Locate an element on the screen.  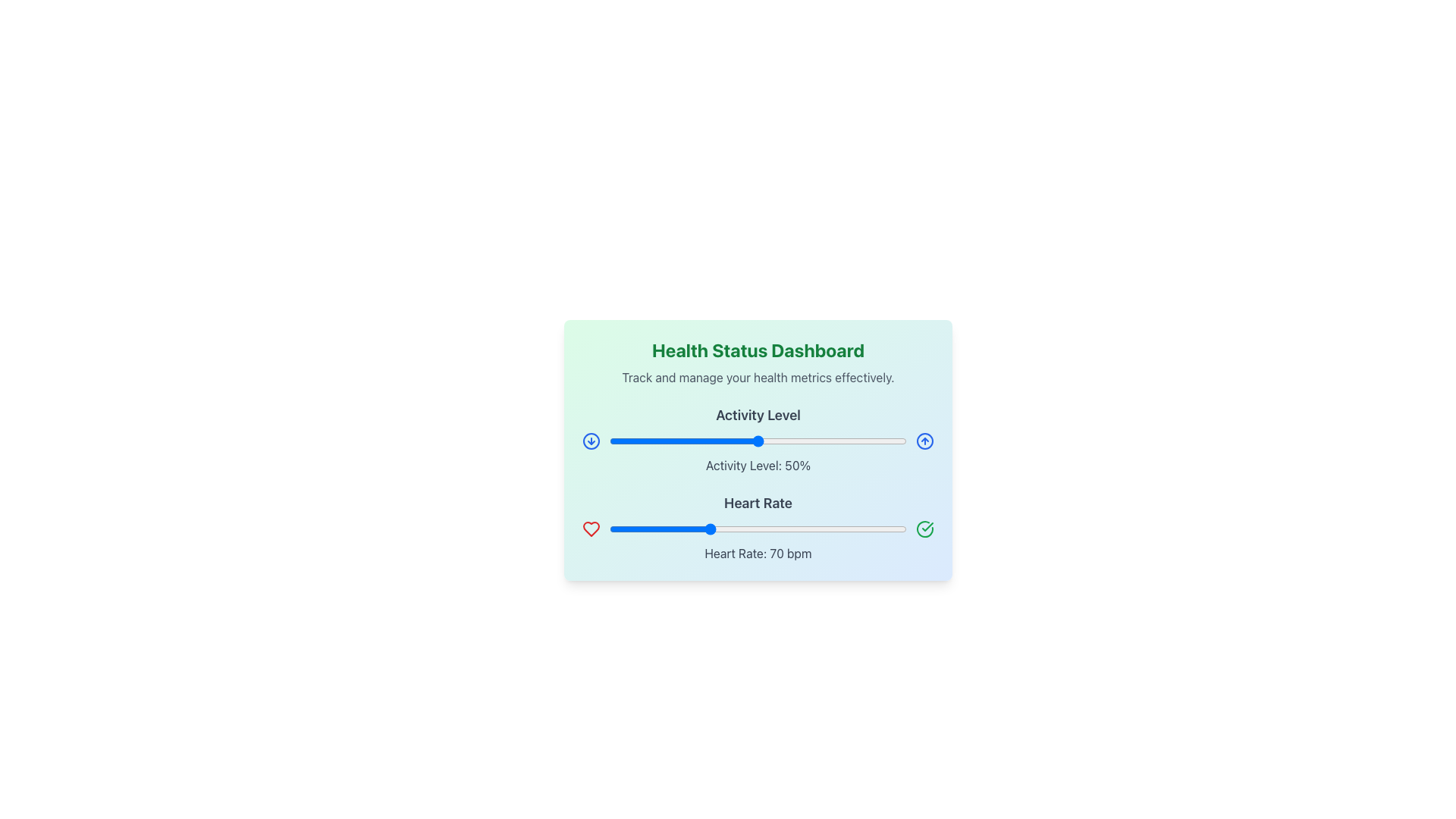
heart rate is located at coordinates (884, 529).